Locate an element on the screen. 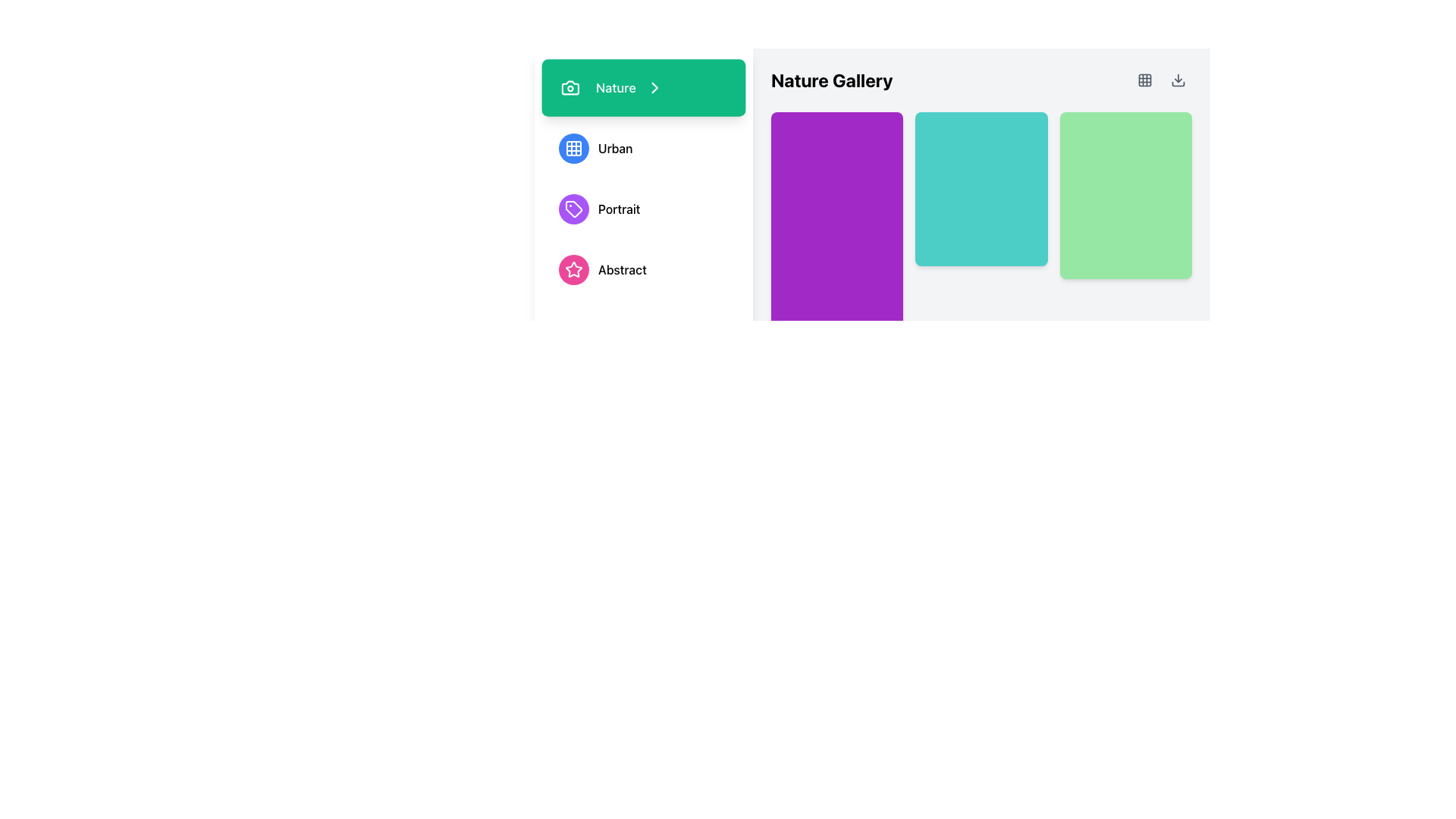 This screenshot has width=1456, height=819. the SVG icon resembling a tag within the purple circular button associated with the 'Portrait' option in the vertical menu on the left side of the interface is located at coordinates (573, 209).